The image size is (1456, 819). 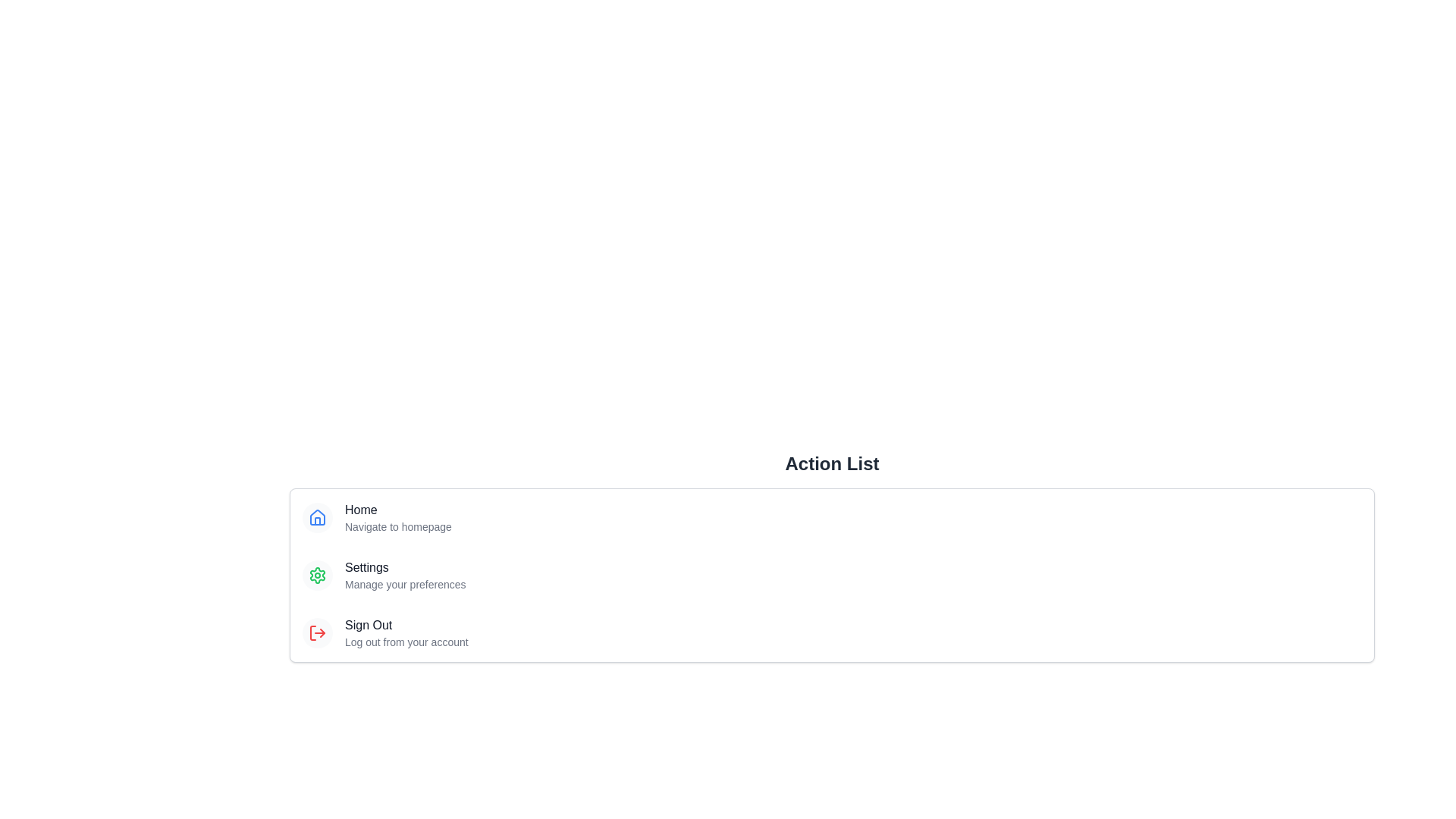 What do you see at coordinates (406, 642) in the screenshot?
I see `the small gray text located below the 'Sign Out' label in the action list` at bounding box center [406, 642].